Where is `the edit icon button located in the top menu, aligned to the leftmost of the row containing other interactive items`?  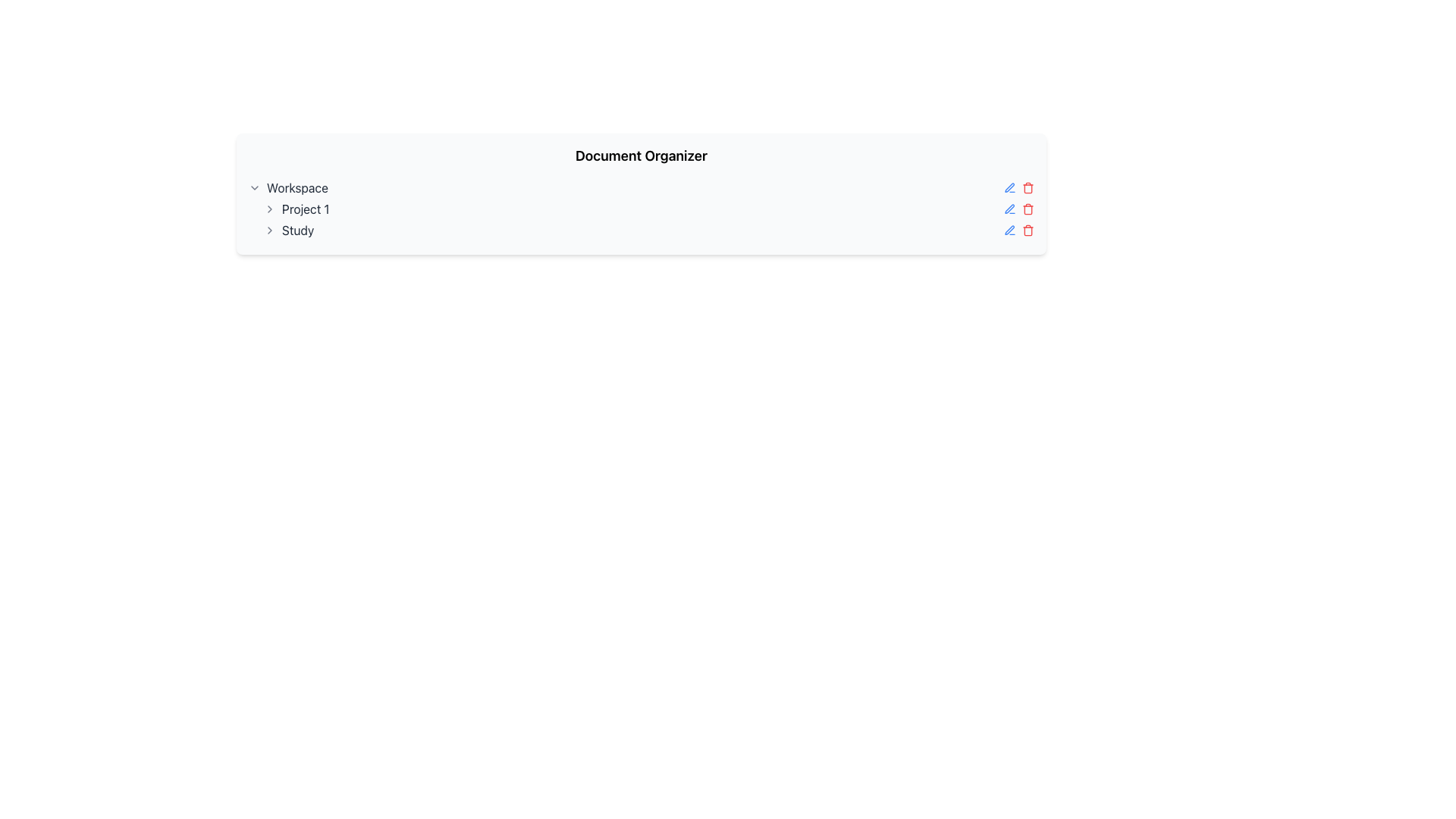
the edit icon button located in the top menu, aligned to the leftmost of the row containing other interactive items is located at coordinates (1009, 187).